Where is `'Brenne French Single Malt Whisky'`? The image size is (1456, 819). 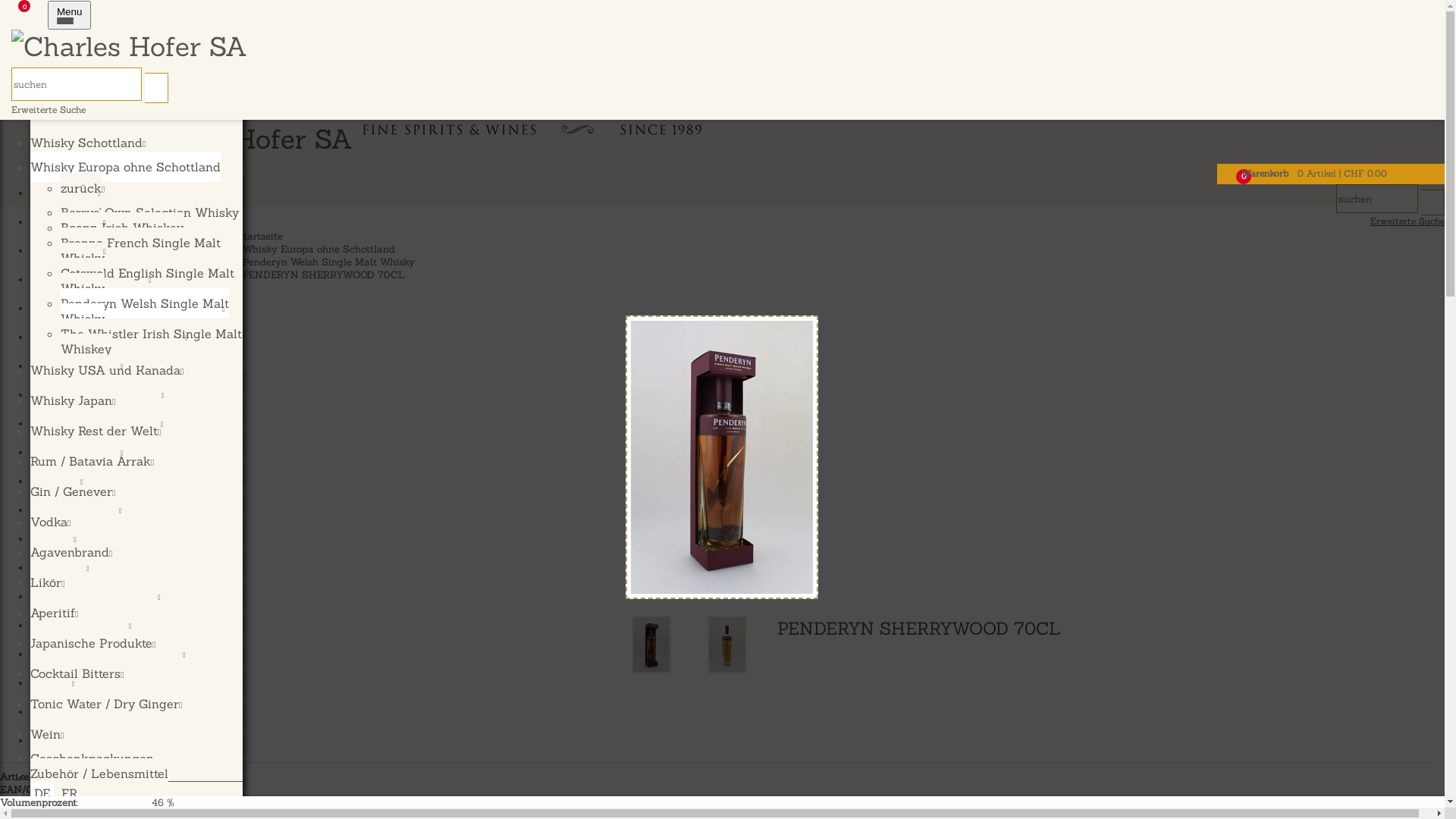 'Brenne French Single Malt Whisky' is located at coordinates (140, 249).